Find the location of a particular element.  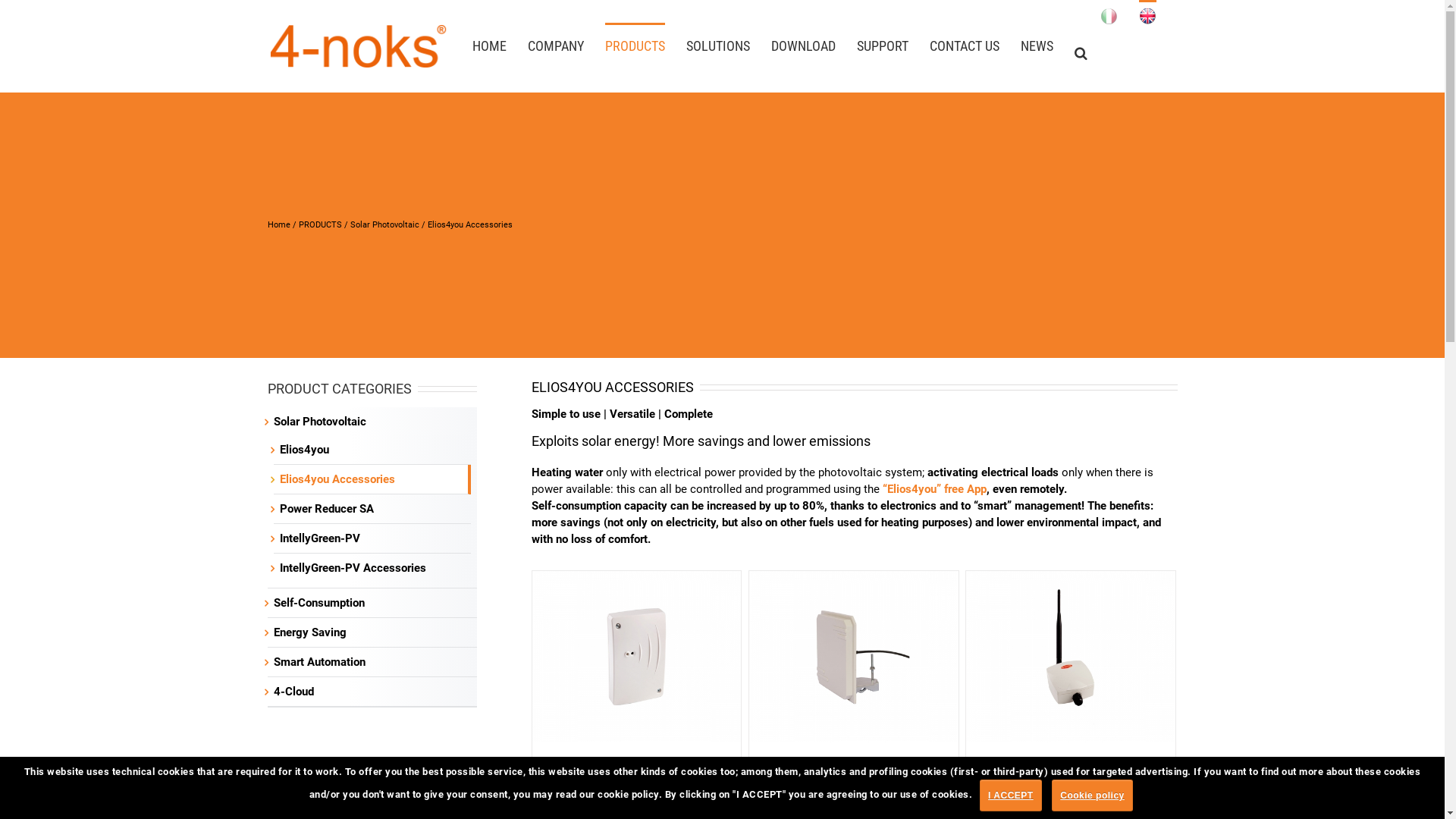

'COMPANY' is located at coordinates (555, 43).